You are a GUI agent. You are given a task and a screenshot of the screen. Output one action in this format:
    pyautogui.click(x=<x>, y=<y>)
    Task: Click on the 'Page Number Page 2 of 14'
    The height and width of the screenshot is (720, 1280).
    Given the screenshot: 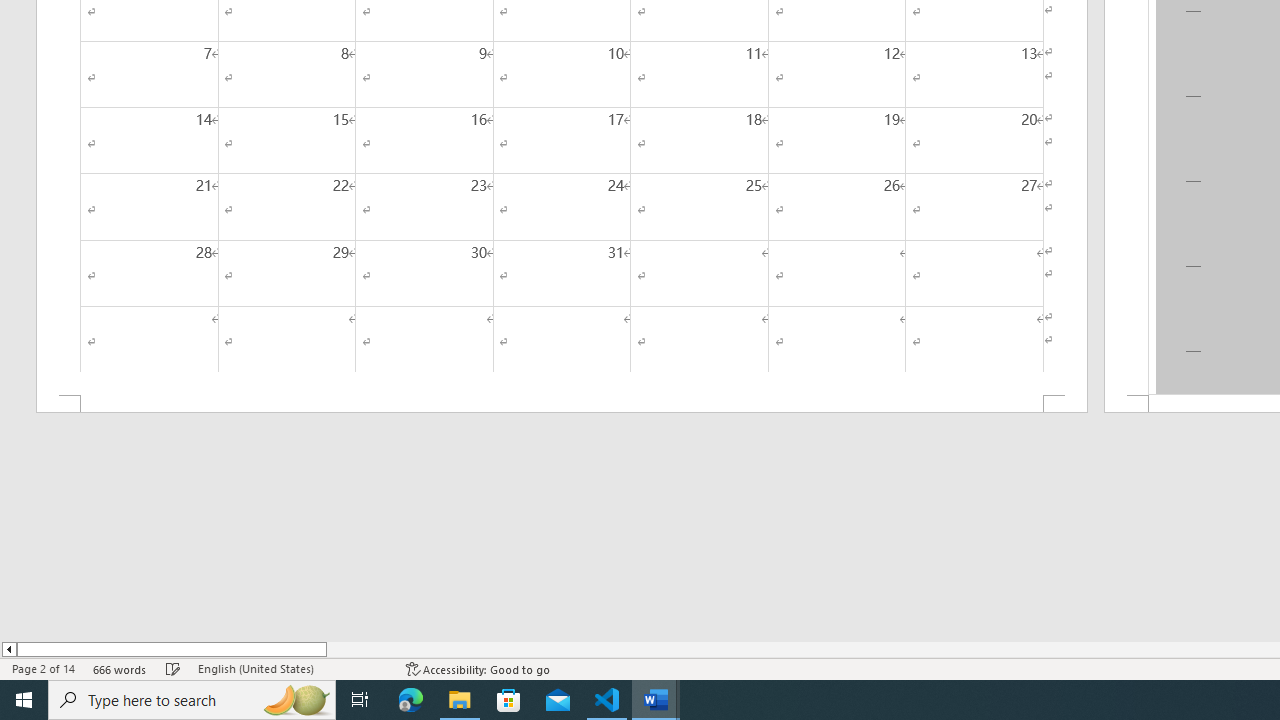 What is the action you would take?
    pyautogui.click(x=43, y=669)
    